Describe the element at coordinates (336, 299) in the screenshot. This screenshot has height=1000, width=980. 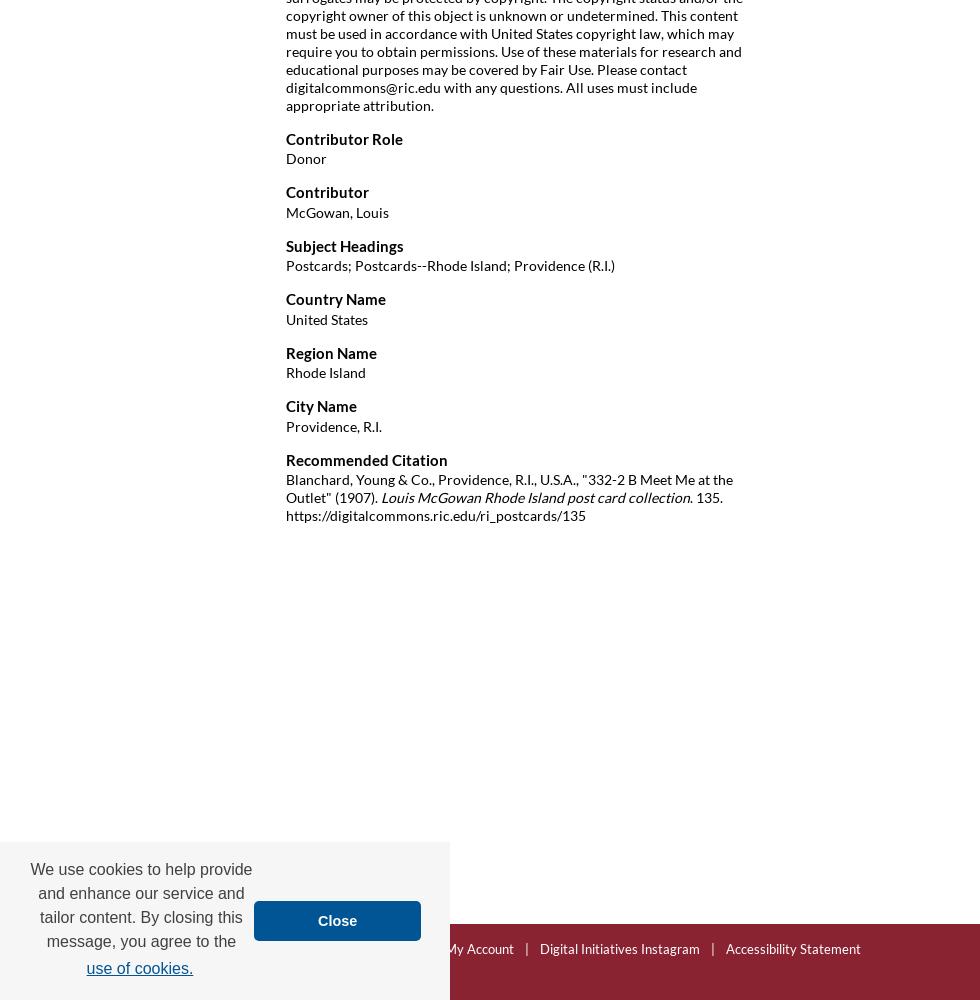
I see `'Country Name'` at that location.